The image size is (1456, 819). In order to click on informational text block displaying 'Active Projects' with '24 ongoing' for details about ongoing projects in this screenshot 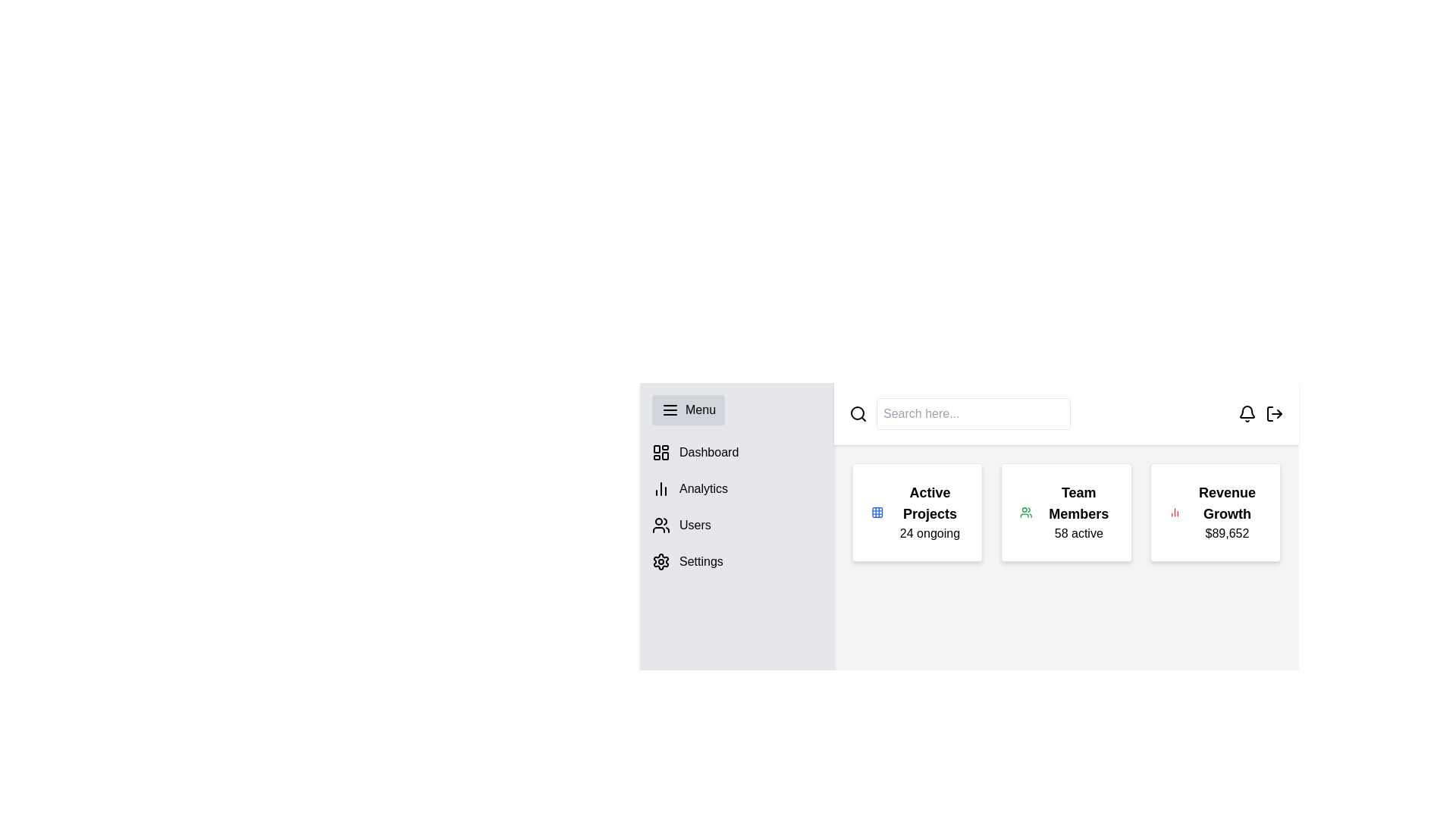, I will do `click(929, 512)`.